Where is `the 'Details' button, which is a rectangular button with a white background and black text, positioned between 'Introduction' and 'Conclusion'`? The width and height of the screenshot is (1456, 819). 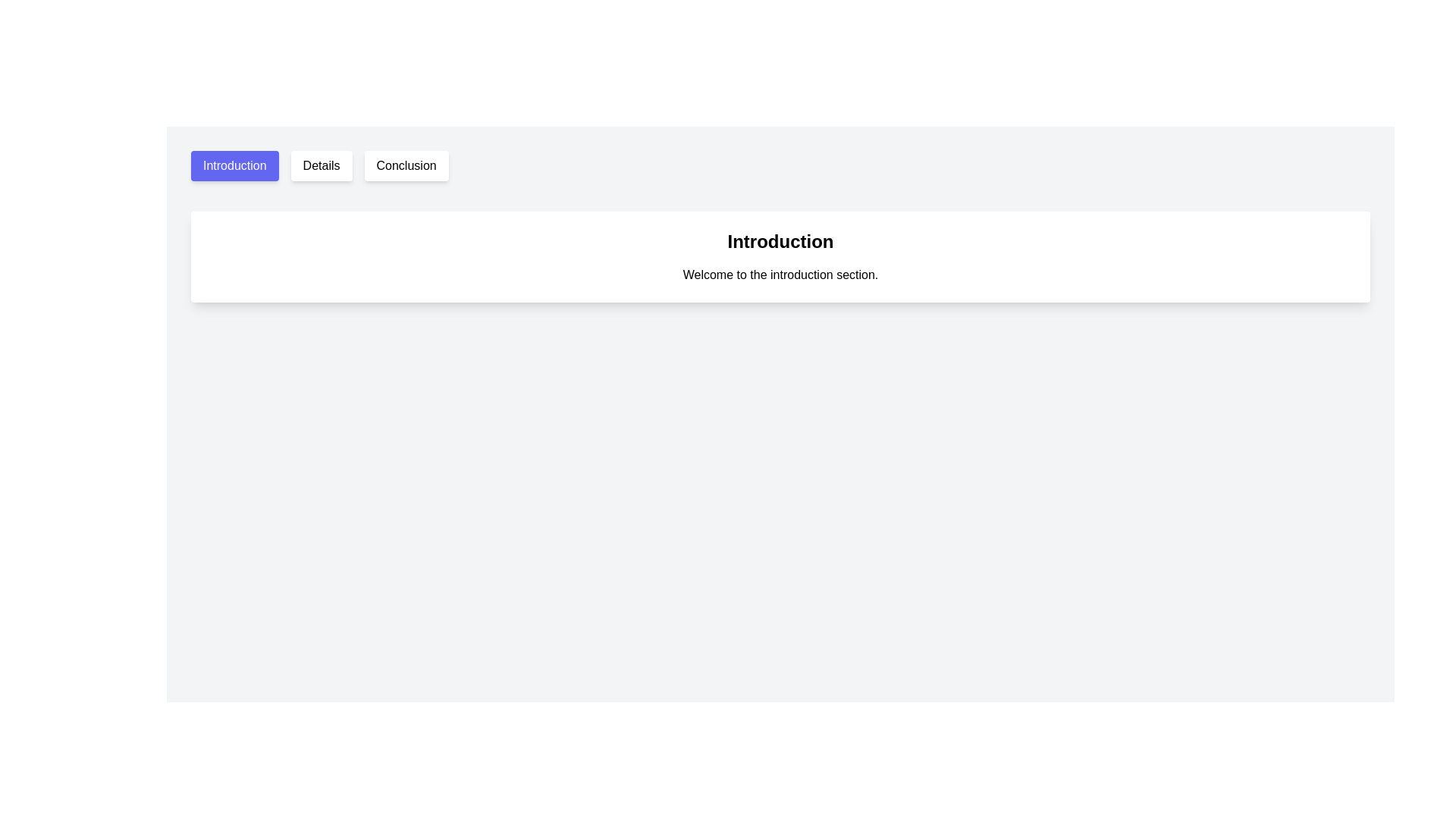 the 'Details' button, which is a rectangular button with a white background and black text, positioned between 'Introduction' and 'Conclusion' is located at coordinates (321, 166).